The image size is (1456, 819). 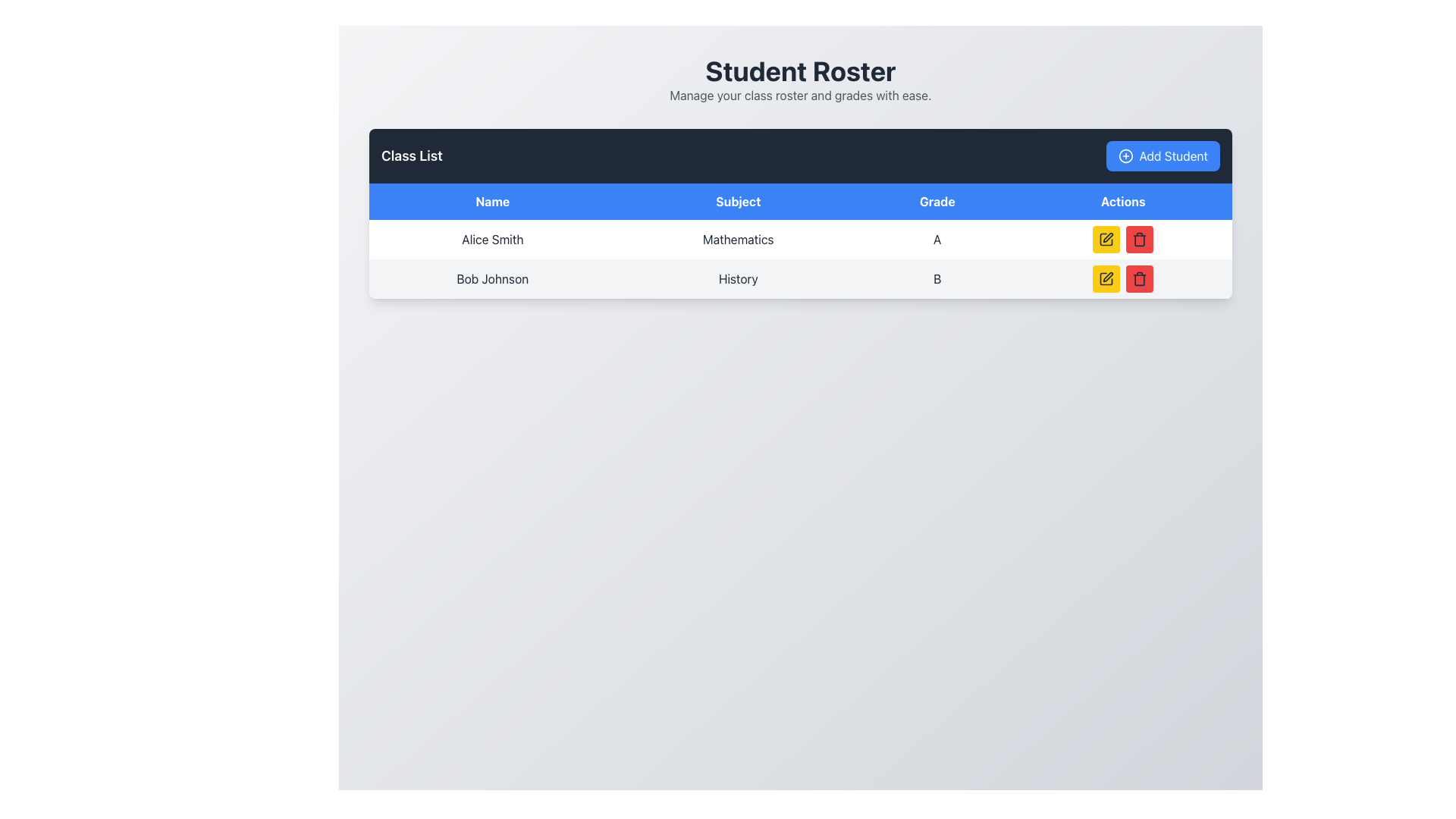 What do you see at coordinates (492, 239) in the screenshot?
I see `the text element displaying the name 'Alice Smith' in the 'Class List' table, located in the first data row of the 'Name' column` at bounding box center [492, 239].